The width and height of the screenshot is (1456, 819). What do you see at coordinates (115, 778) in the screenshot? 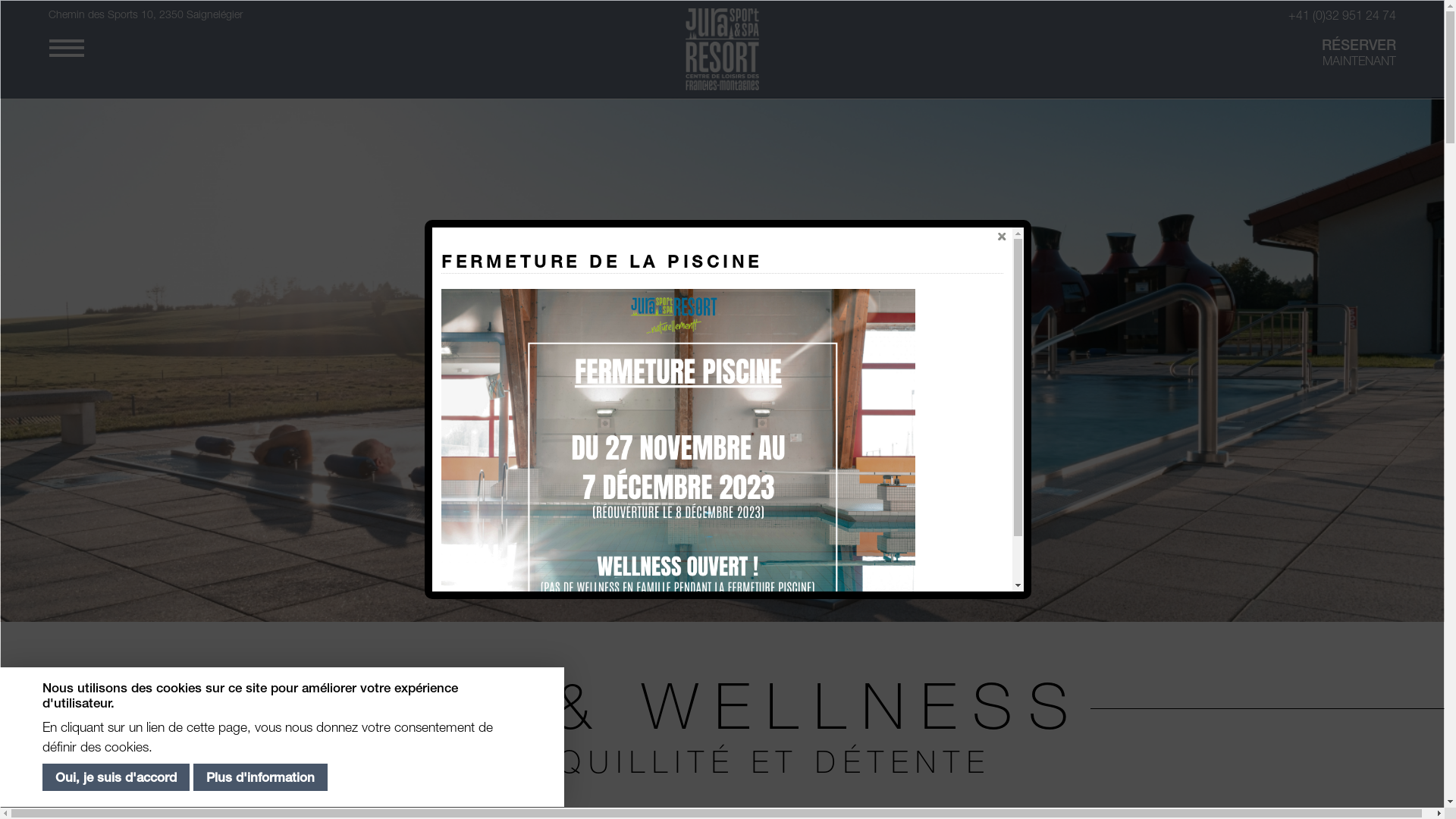
I see `'Oui, je suis d'accord'` at bounding box center [115, 778].